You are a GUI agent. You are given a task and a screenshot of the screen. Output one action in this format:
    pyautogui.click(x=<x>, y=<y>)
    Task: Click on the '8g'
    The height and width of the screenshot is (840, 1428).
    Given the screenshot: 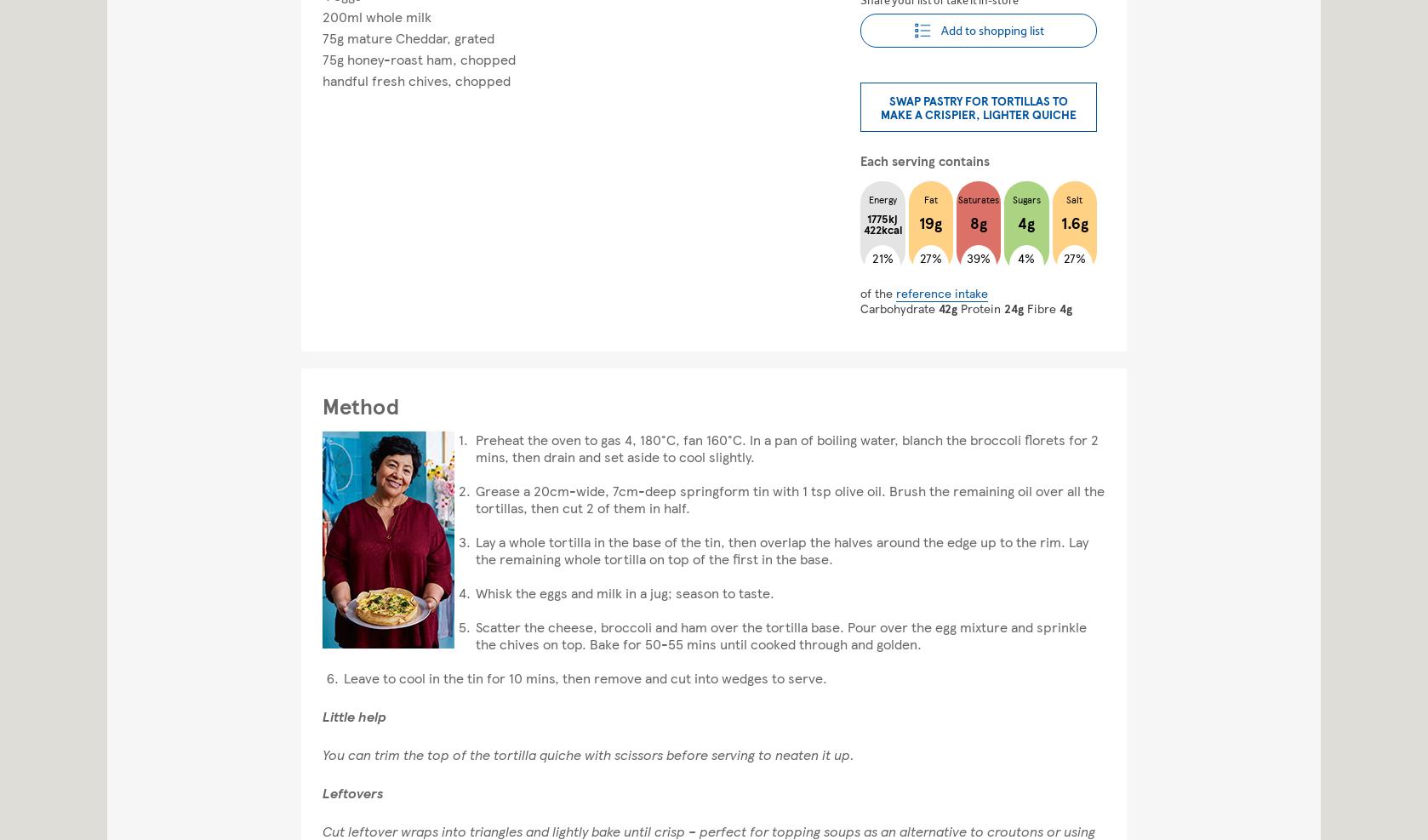 What is the action you would take?
    pyautogui.click(x=978, y=222)
    